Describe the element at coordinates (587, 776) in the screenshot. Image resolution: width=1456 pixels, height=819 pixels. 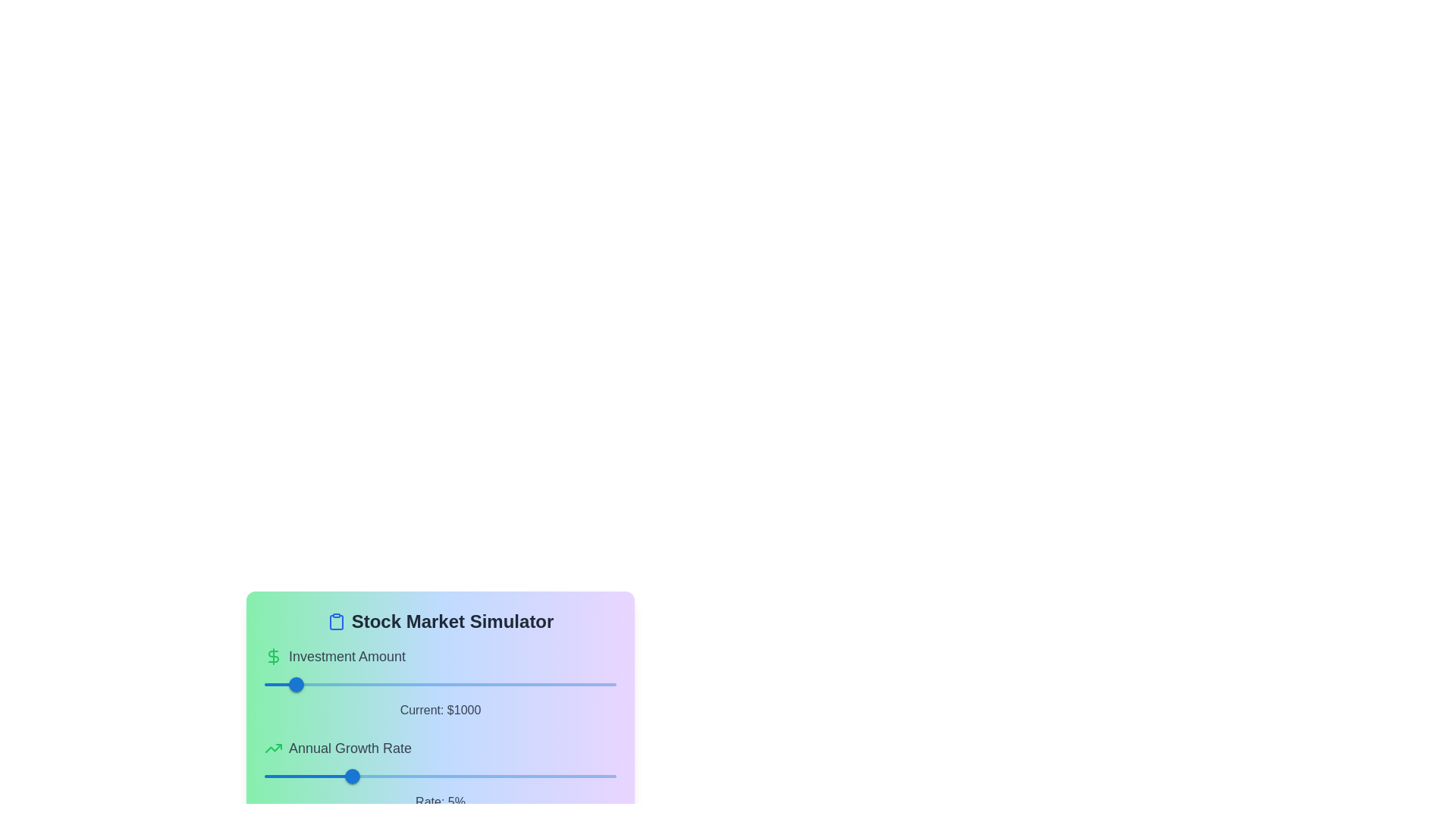
I see `the annual growth rate` at that location.